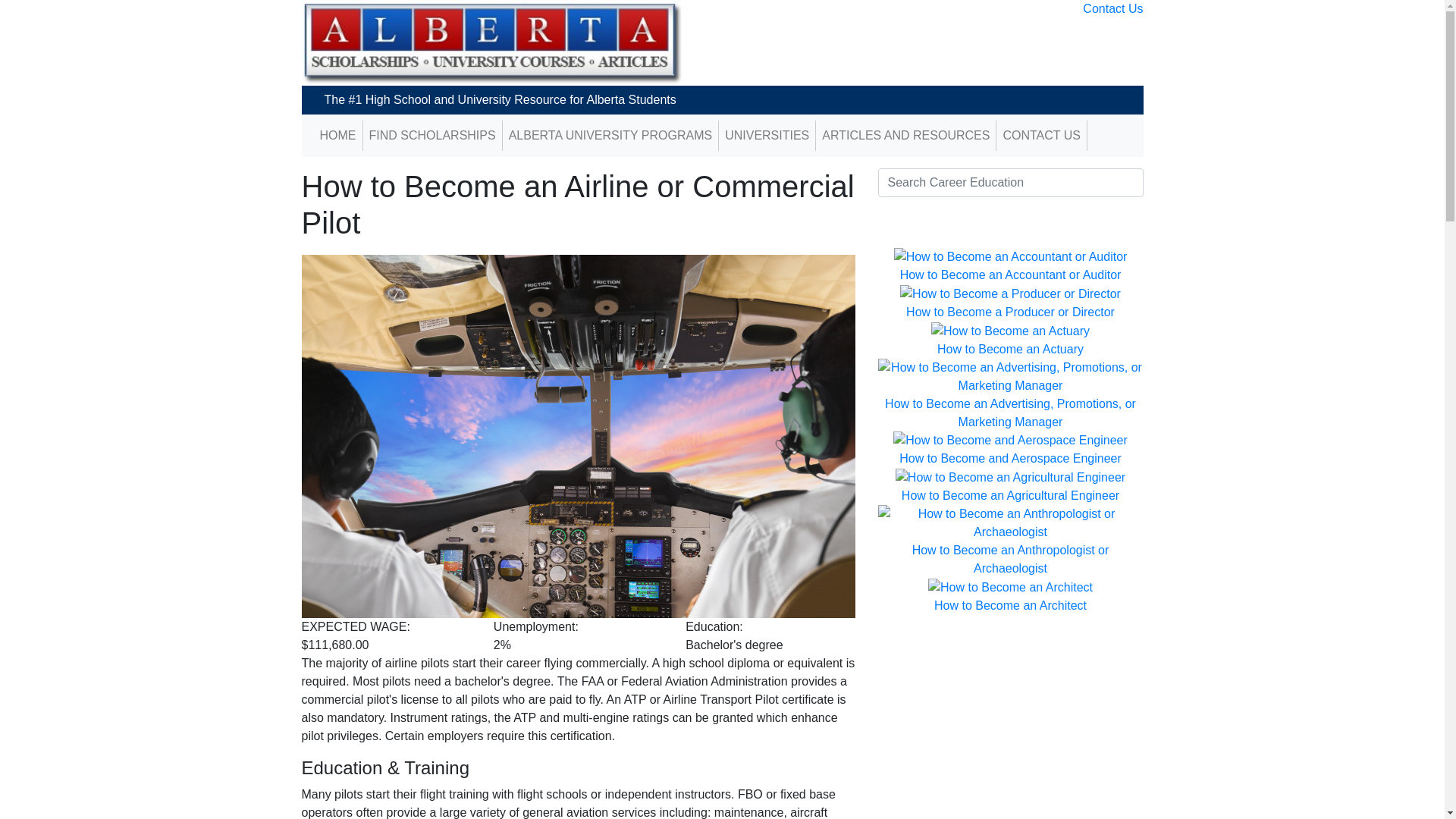 The image size is (1456, 819). Describe the element at coordinates (1112, 8) in the screenshot. I see `'Contact Us'` at that location.